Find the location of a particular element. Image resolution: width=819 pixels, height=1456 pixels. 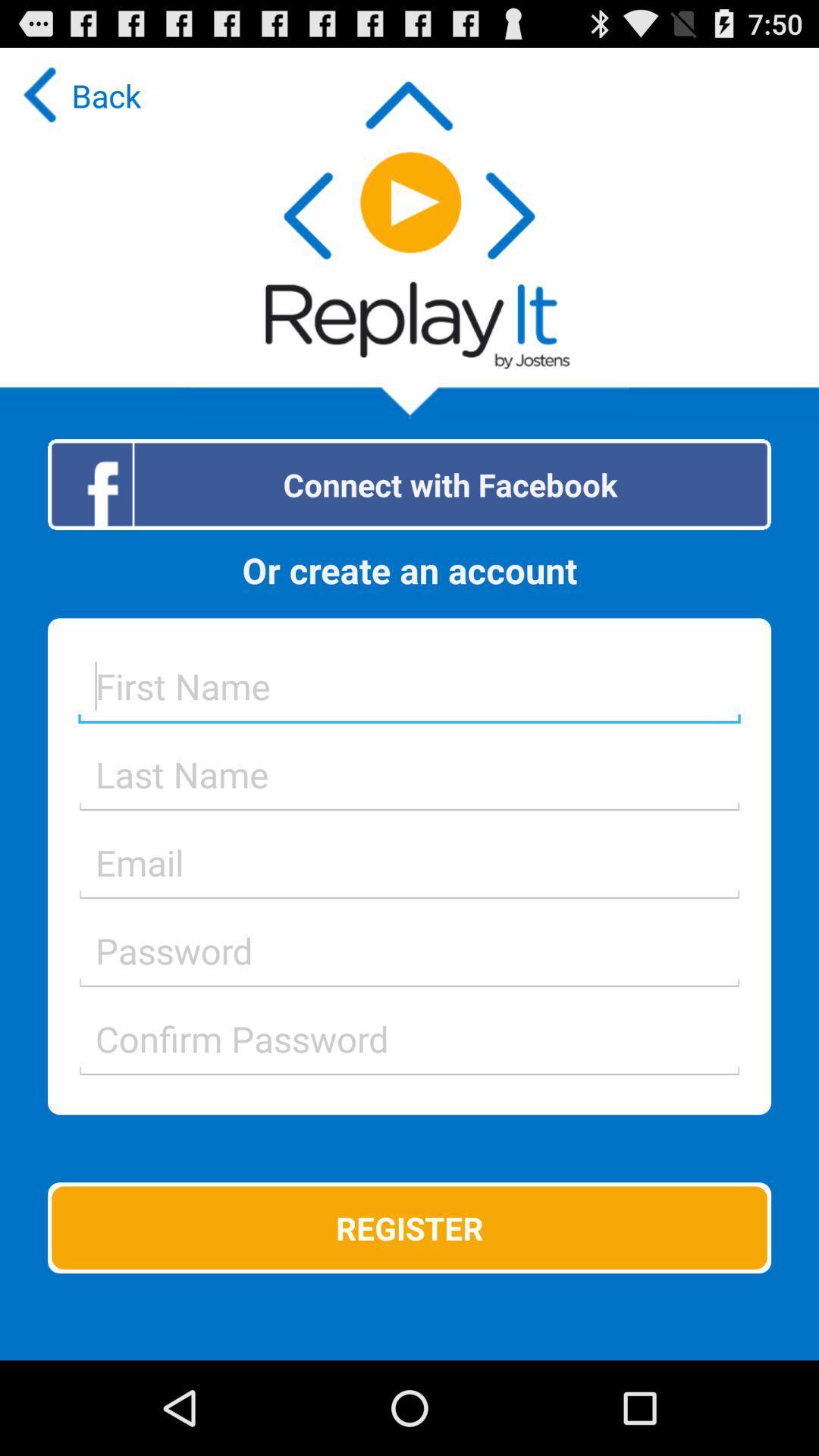

email address is located at coordinates (409, 862).